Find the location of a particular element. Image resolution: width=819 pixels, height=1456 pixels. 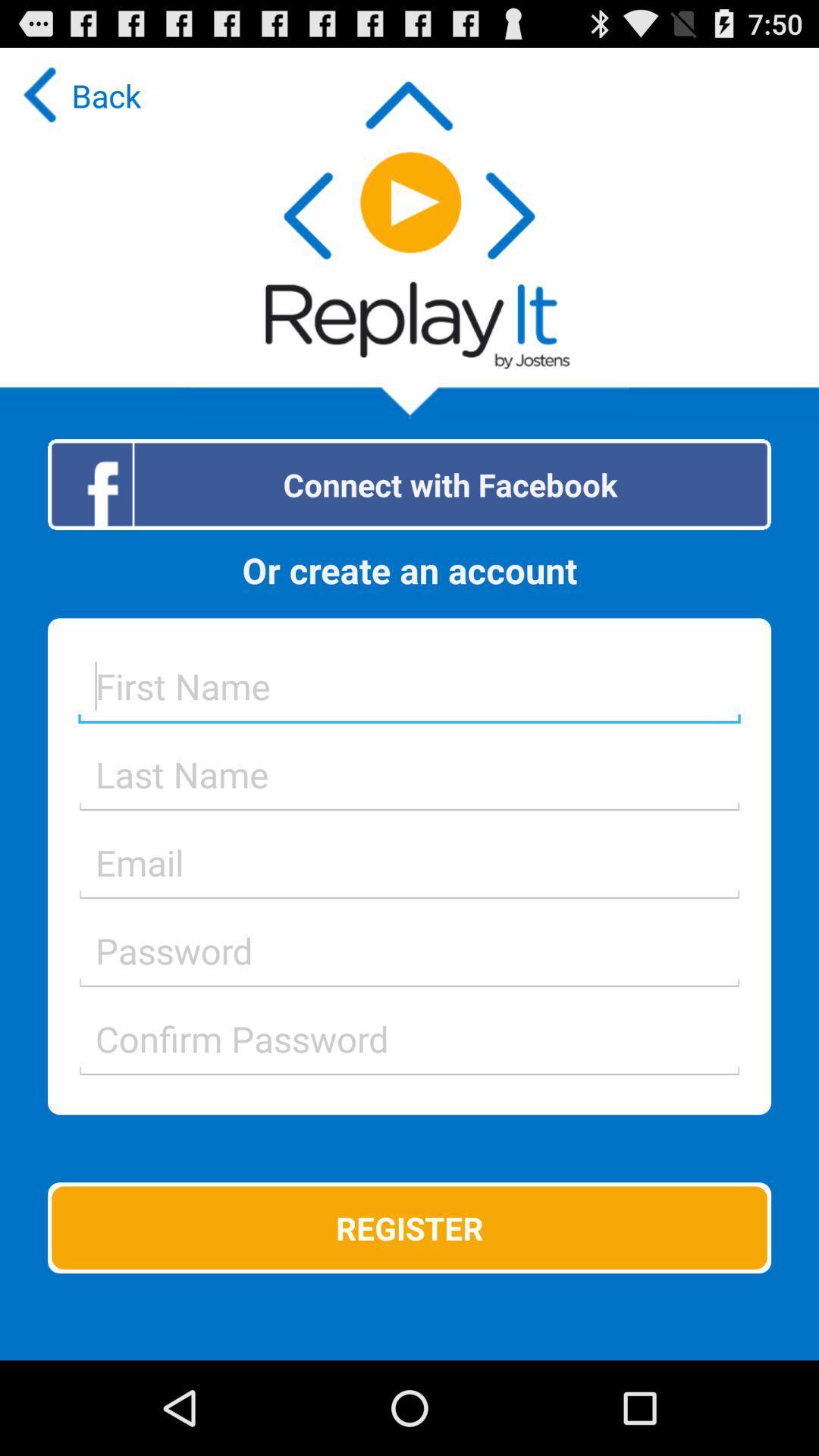

email address is located at coordinates (409, 862).